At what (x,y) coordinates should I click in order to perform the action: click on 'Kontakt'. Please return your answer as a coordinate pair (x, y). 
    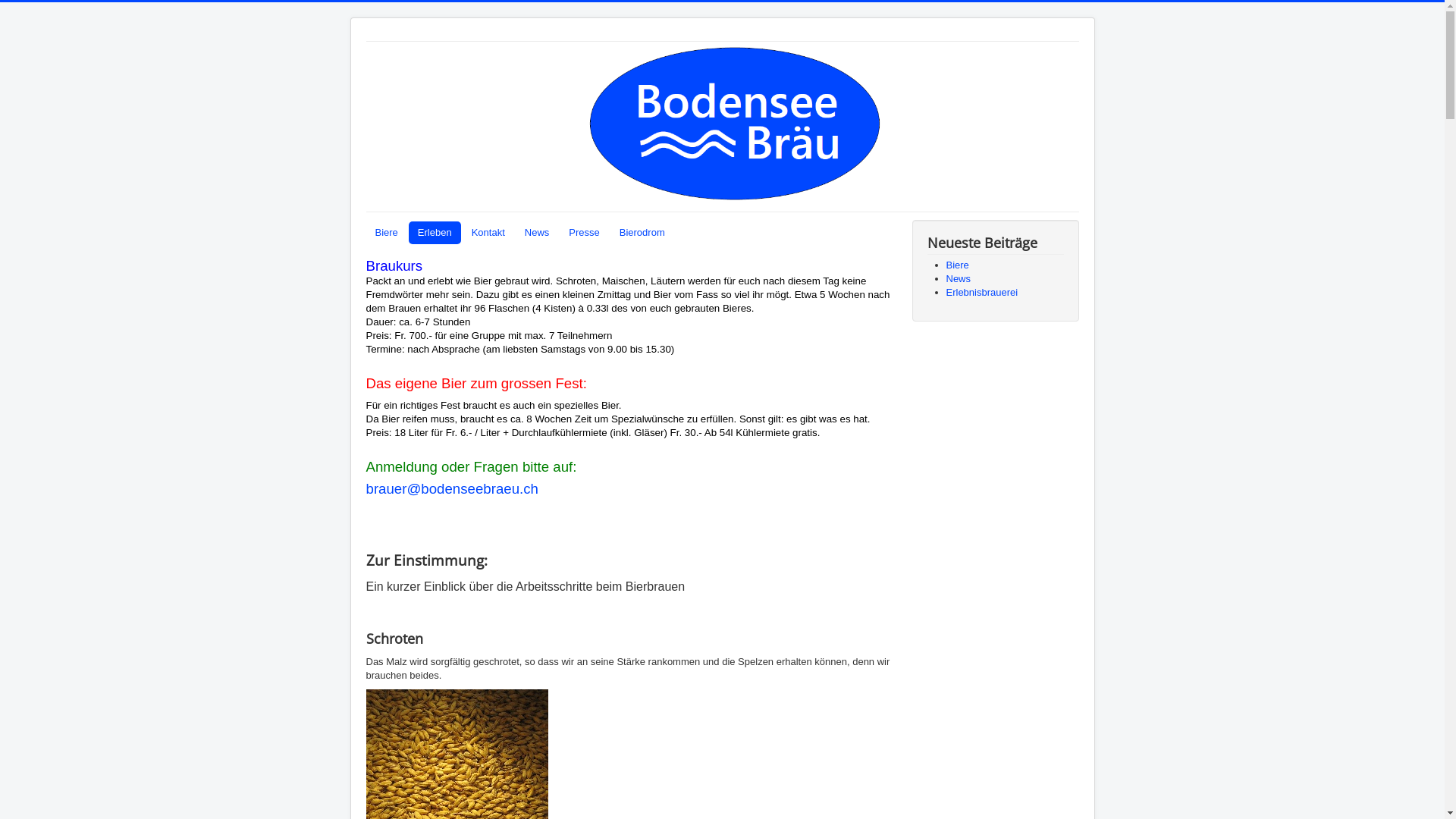
    Looking at the image, I should click on (488, 233).